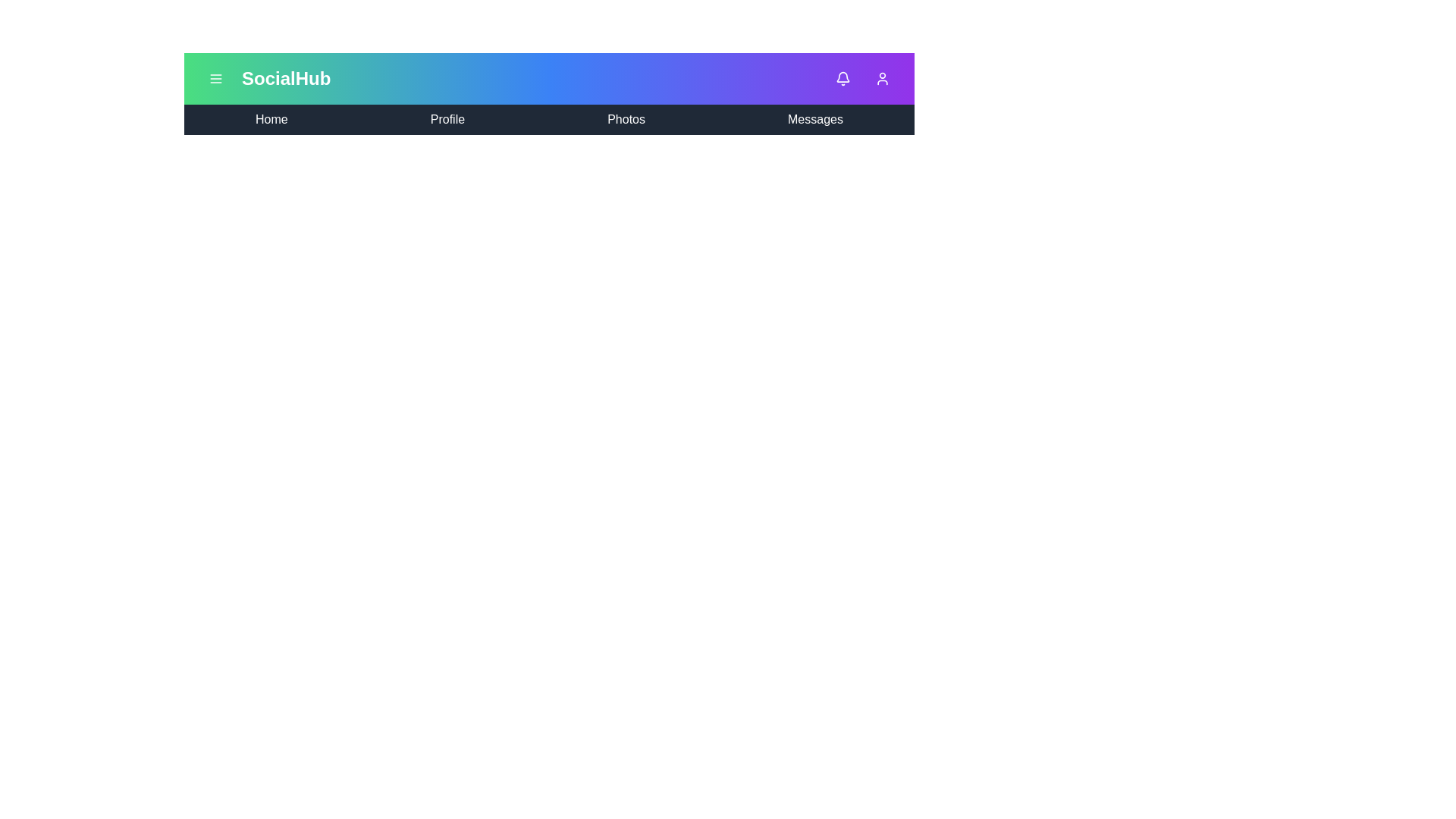 Image resolution: width=1456 pixels, height=819 pixels. I want to click on the menu button to toggle the menu visibility, so click(215, 79).